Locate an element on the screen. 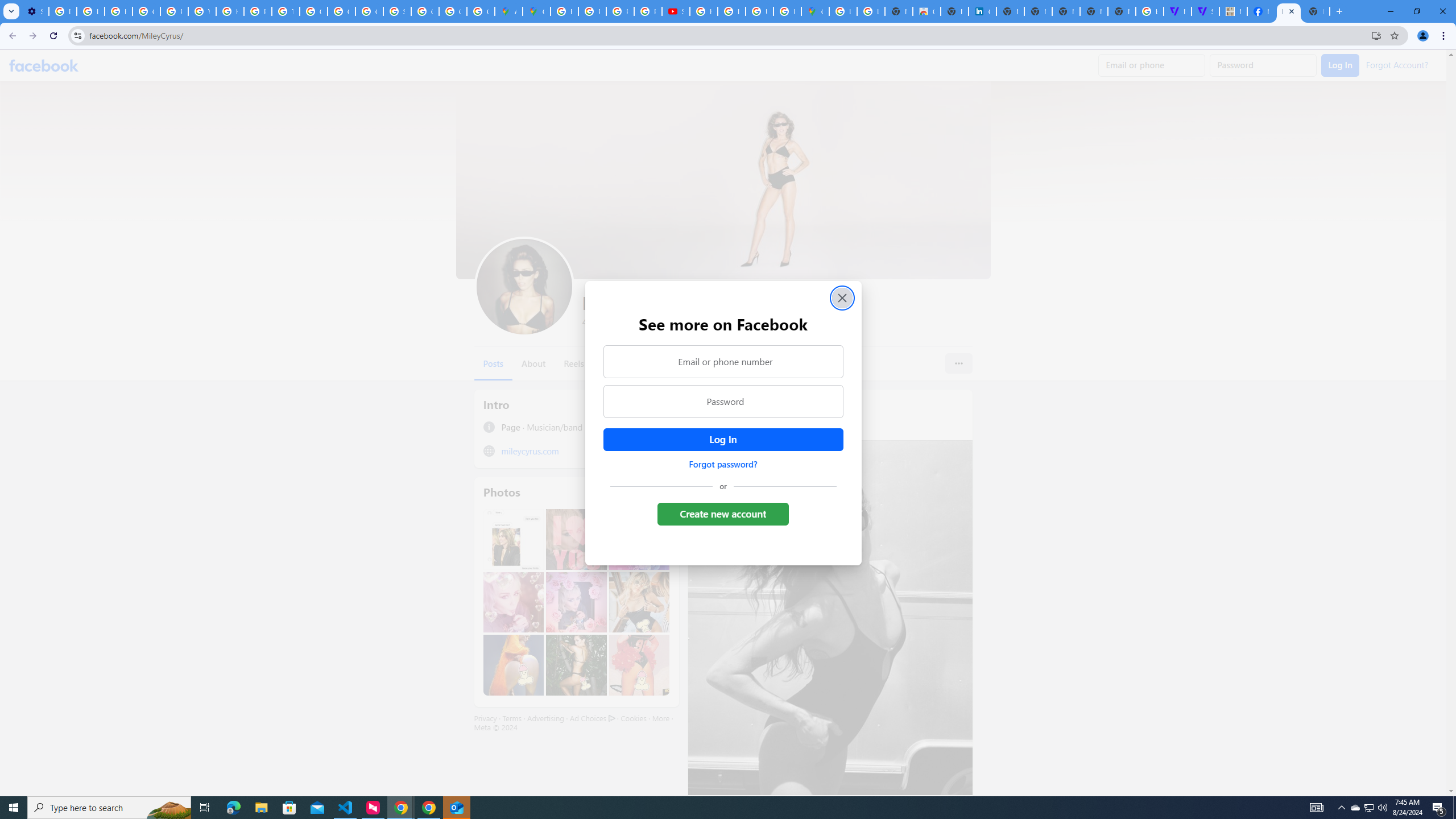  'Miley Cyrus | Facebook' is located at coordinates (1260, 11).